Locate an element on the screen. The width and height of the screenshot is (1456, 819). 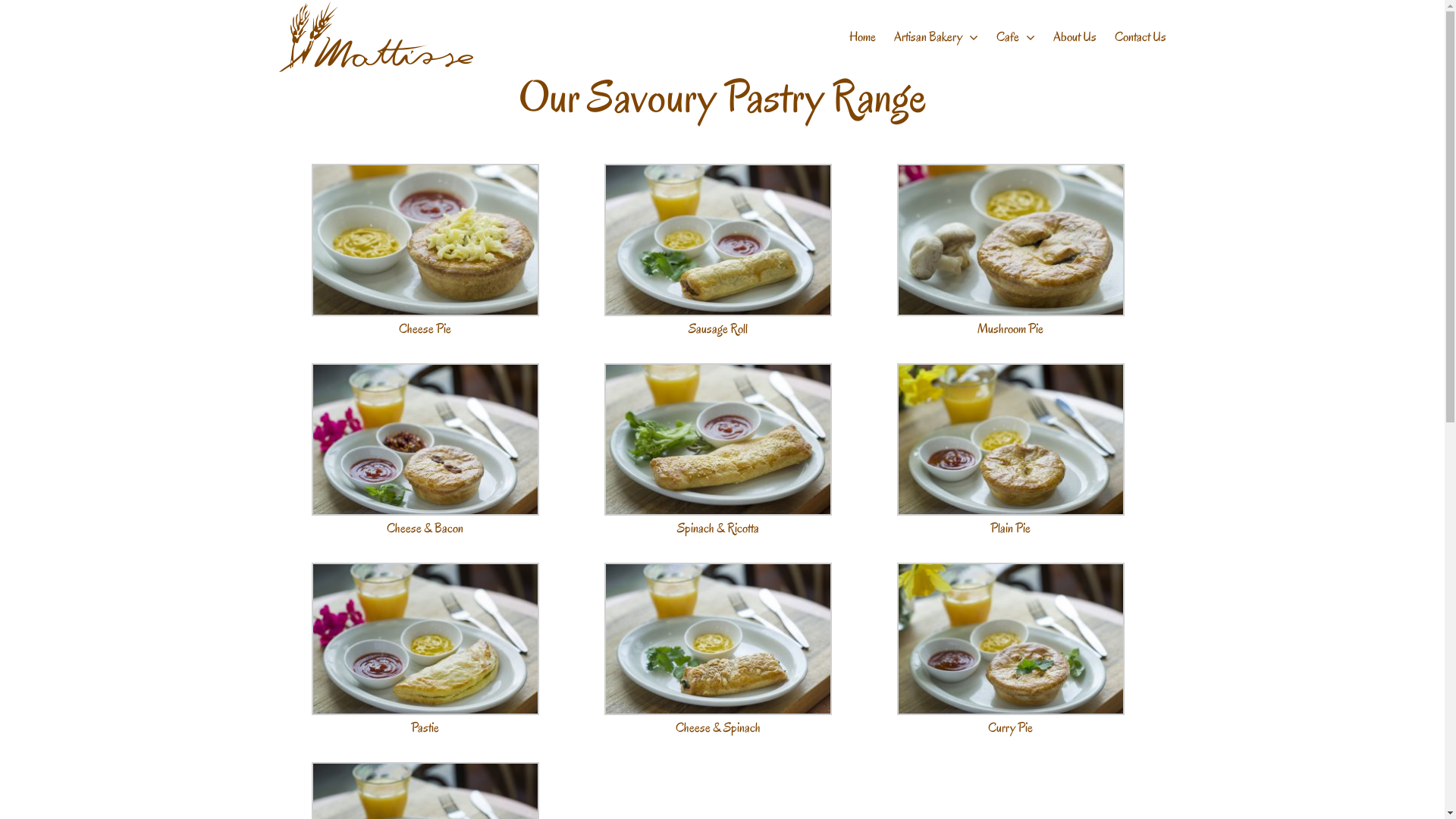
'Contact Us' is located at coordinates (1140, 36).